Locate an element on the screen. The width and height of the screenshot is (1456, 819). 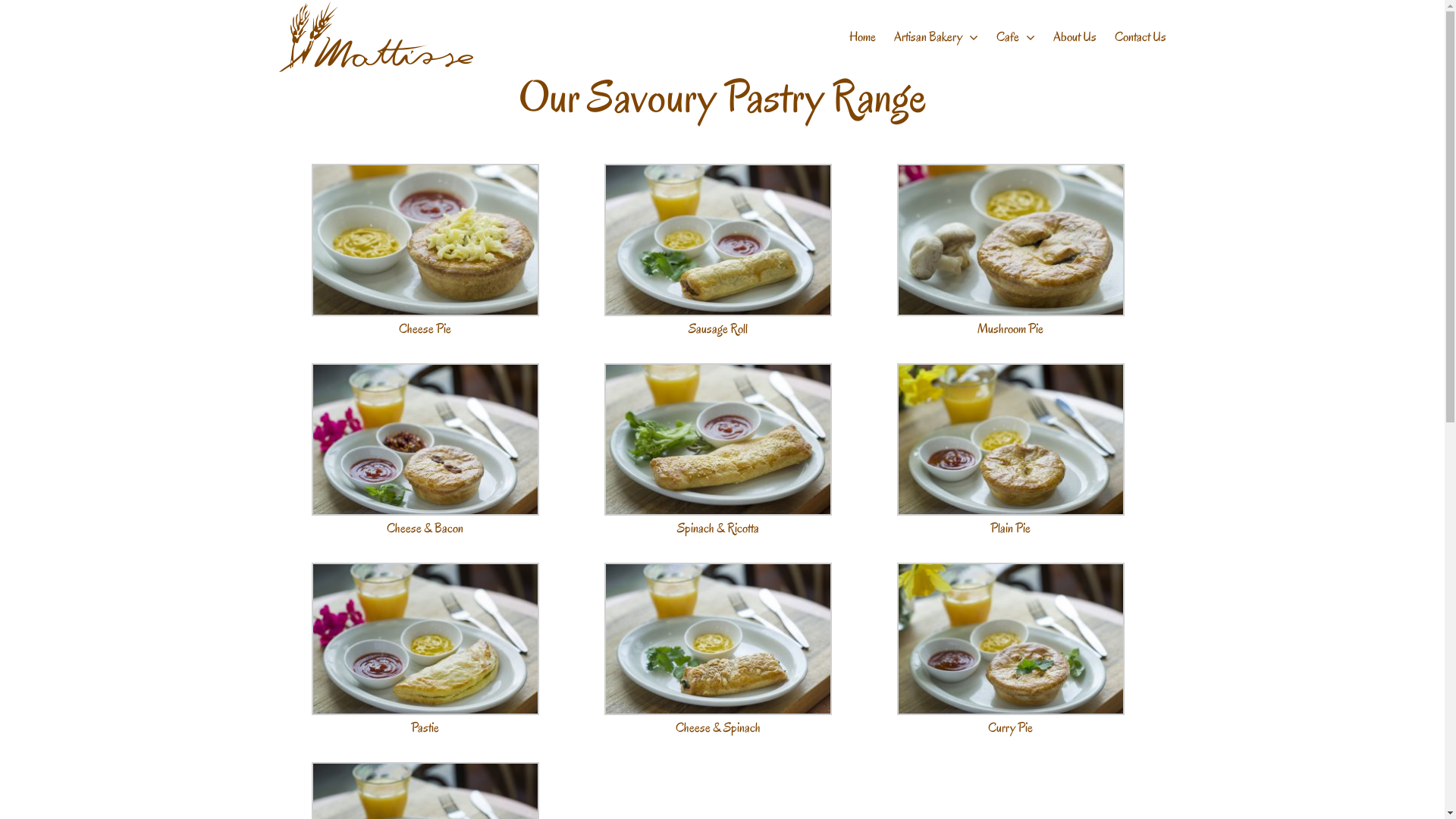
'Contact Us' is located at coordinates (1140, 36).